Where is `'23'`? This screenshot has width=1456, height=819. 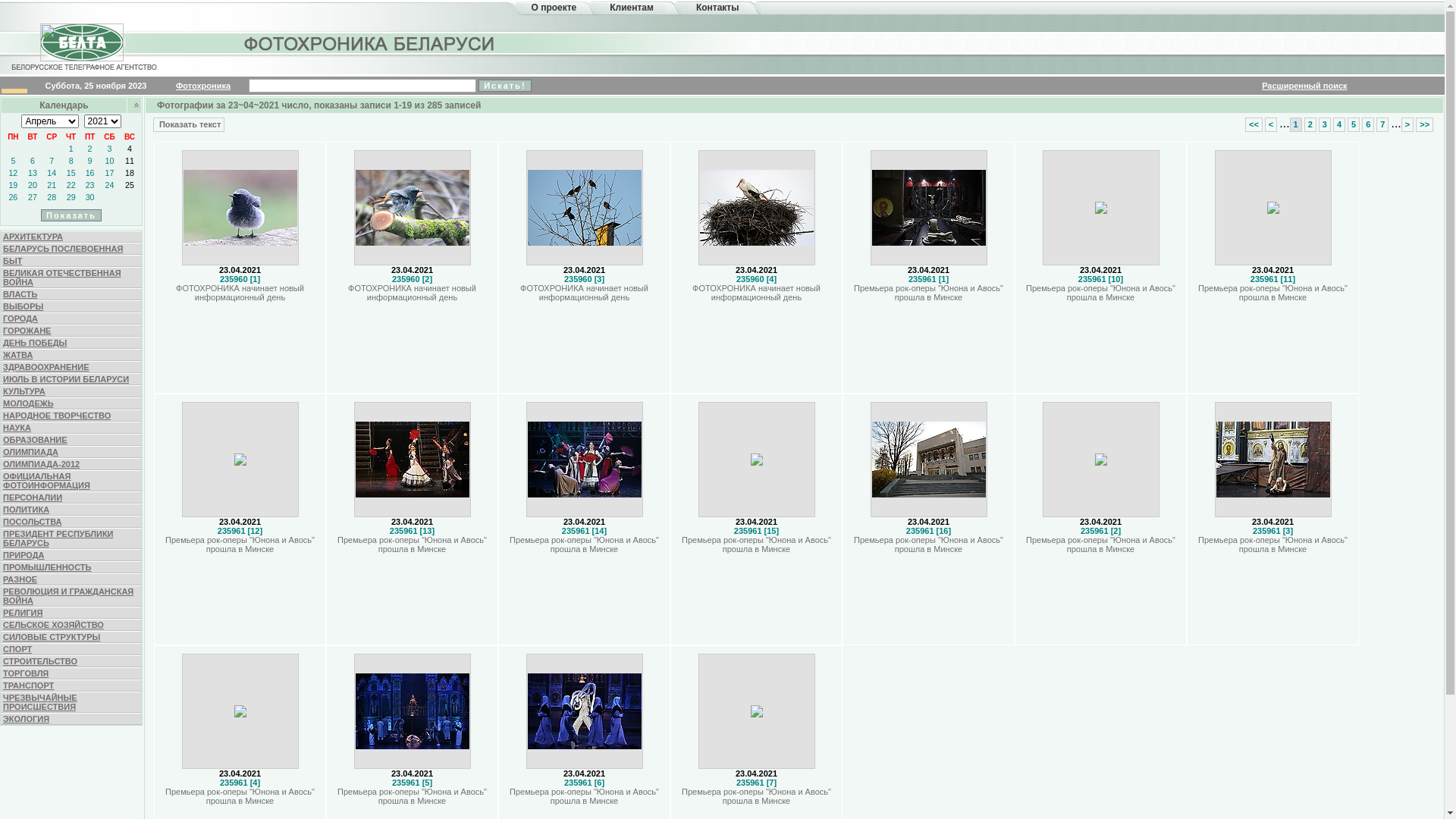 '23' is located at coordinates (89, 184).